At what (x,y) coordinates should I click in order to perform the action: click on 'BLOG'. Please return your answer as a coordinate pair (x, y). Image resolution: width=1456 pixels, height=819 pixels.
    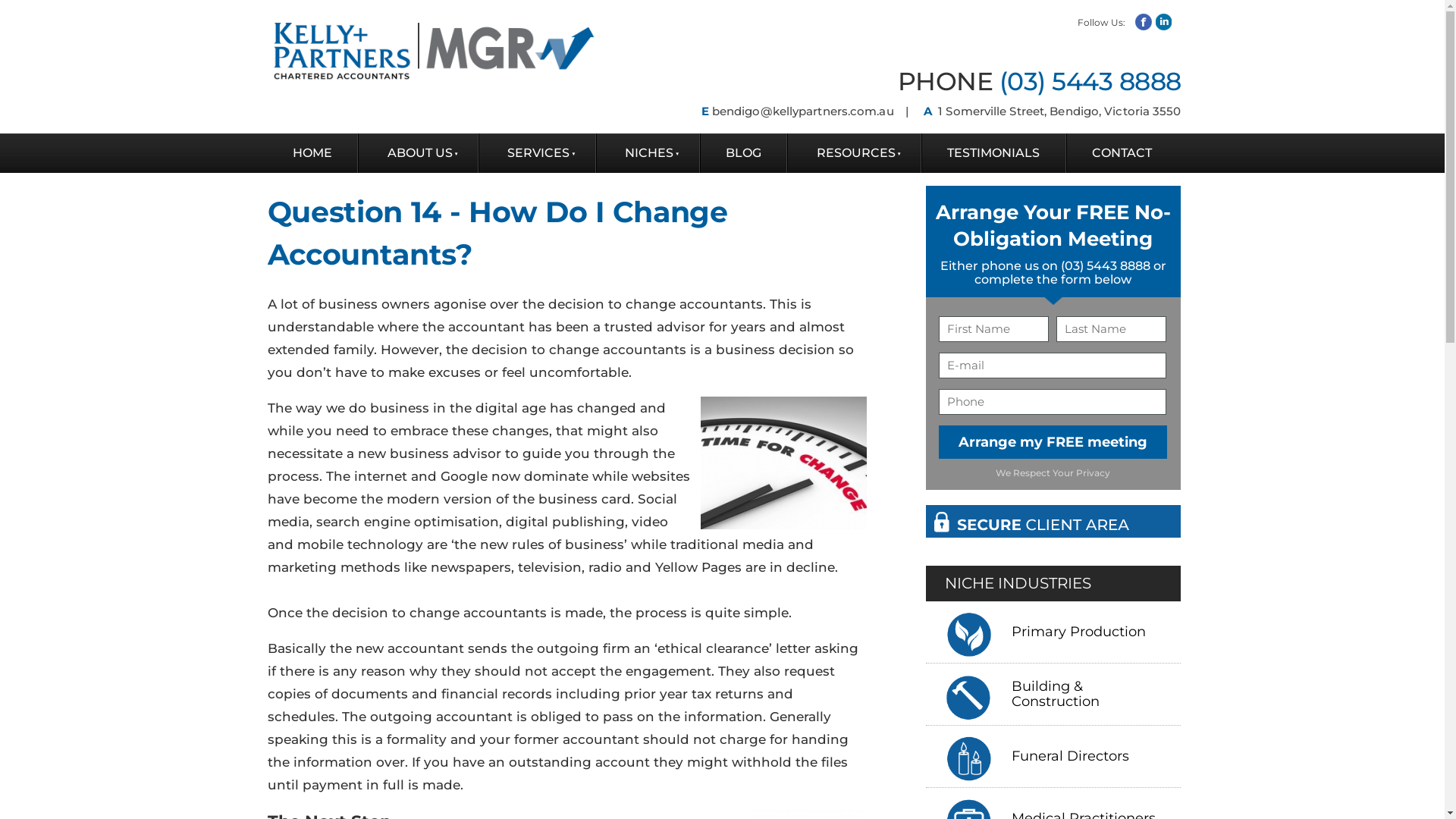
    Looking at the image, I should click on (743, 152).